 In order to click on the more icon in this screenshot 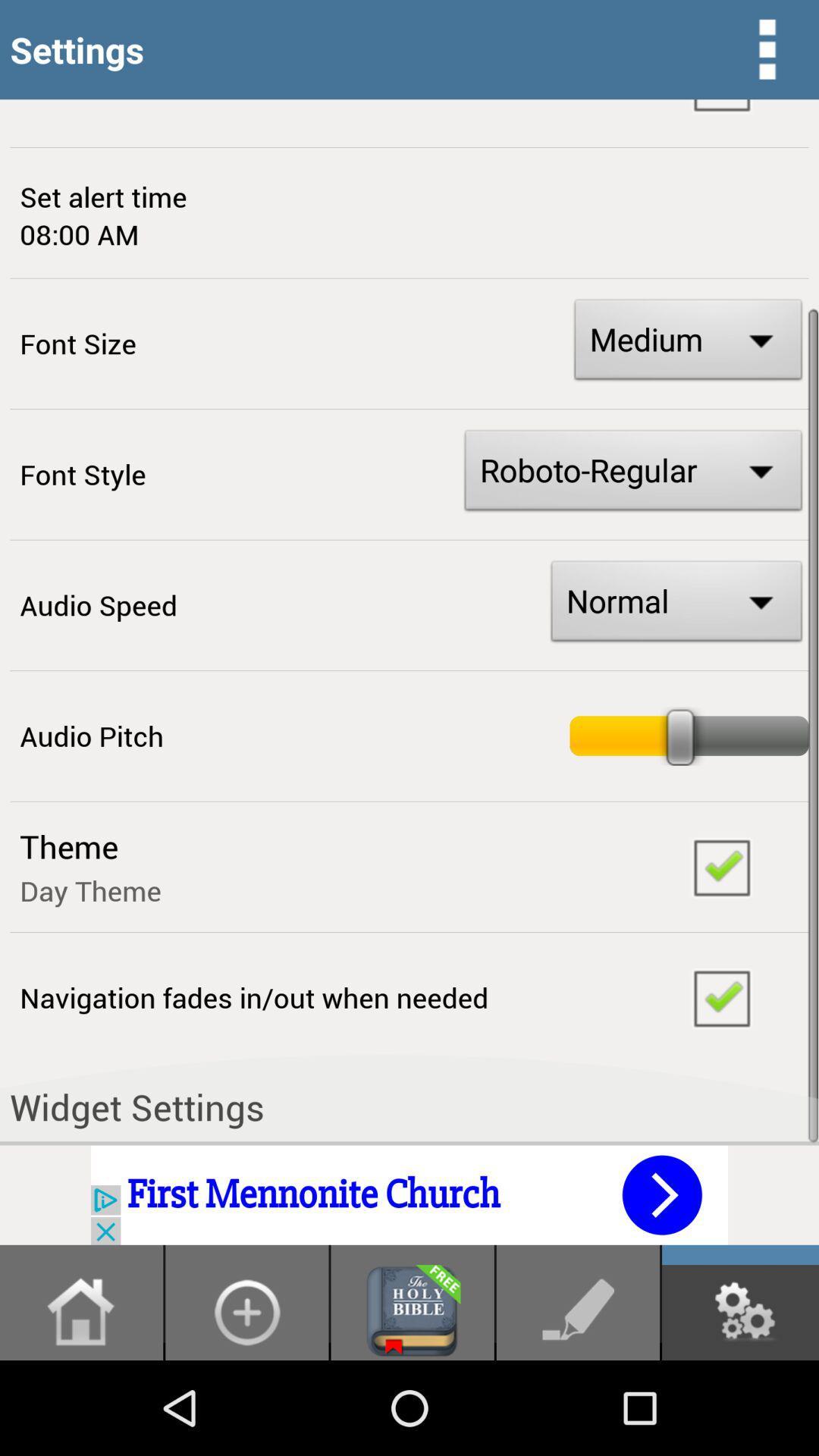, I will do `click(767, 52)`.